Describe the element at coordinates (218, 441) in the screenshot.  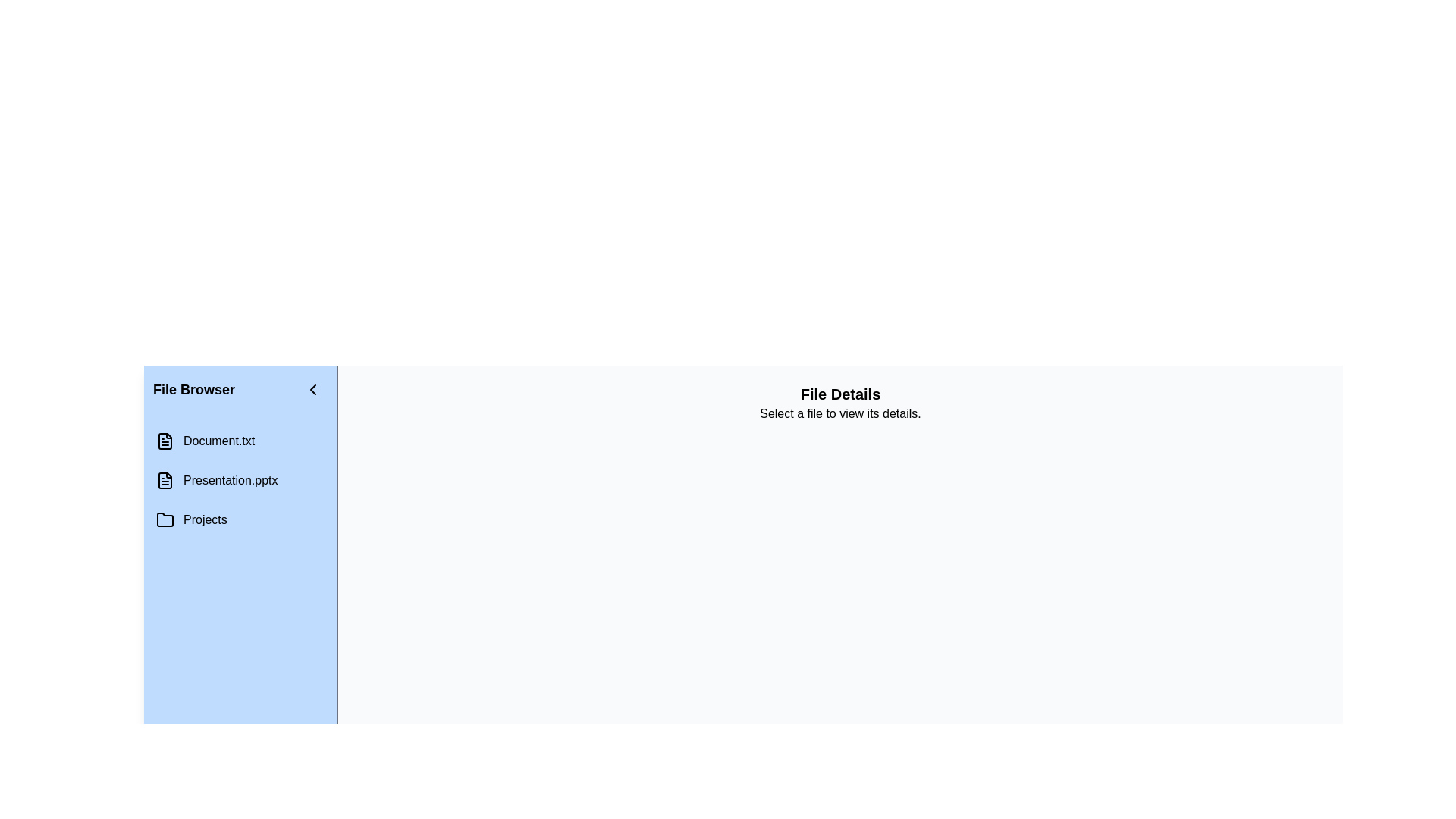
I see `the text label displaying 'Document.txt' in the file browser` at that location.